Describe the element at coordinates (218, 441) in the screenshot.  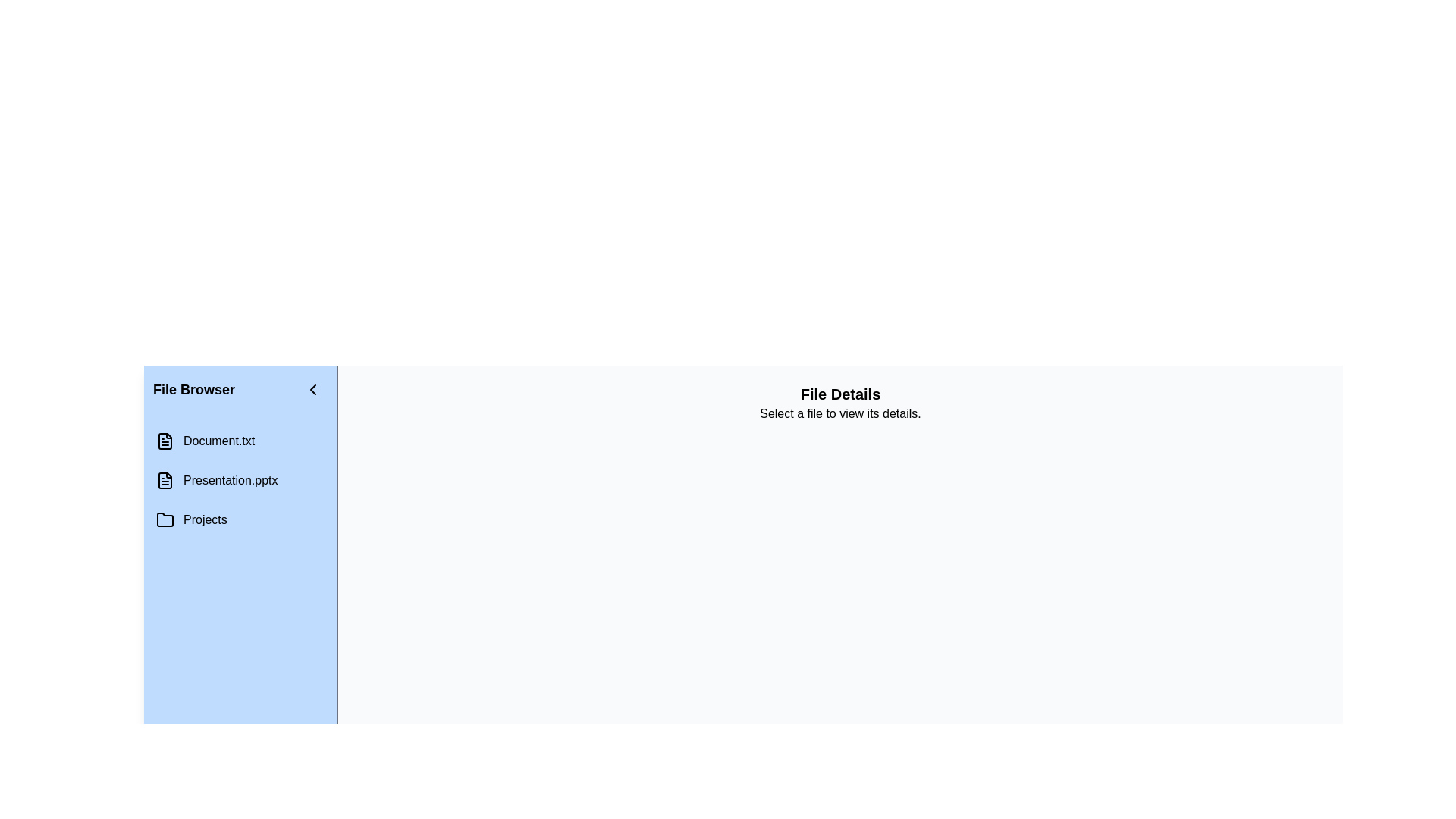
I see `the text label displaying 'Document.txt' in the file browser` at that location.